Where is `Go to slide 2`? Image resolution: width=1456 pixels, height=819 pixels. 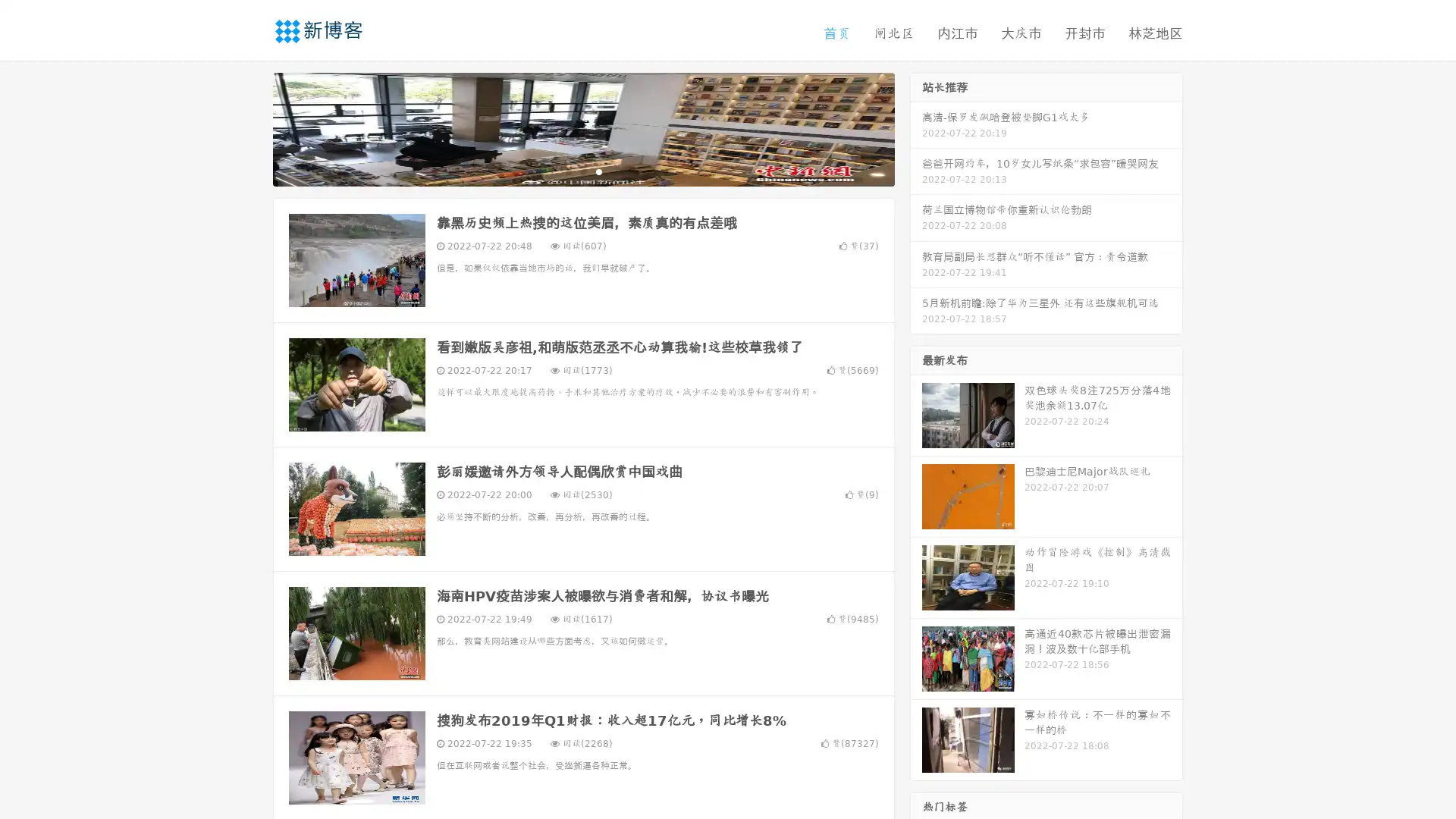
Go to slide 2 is located at coordinates (582, 171).